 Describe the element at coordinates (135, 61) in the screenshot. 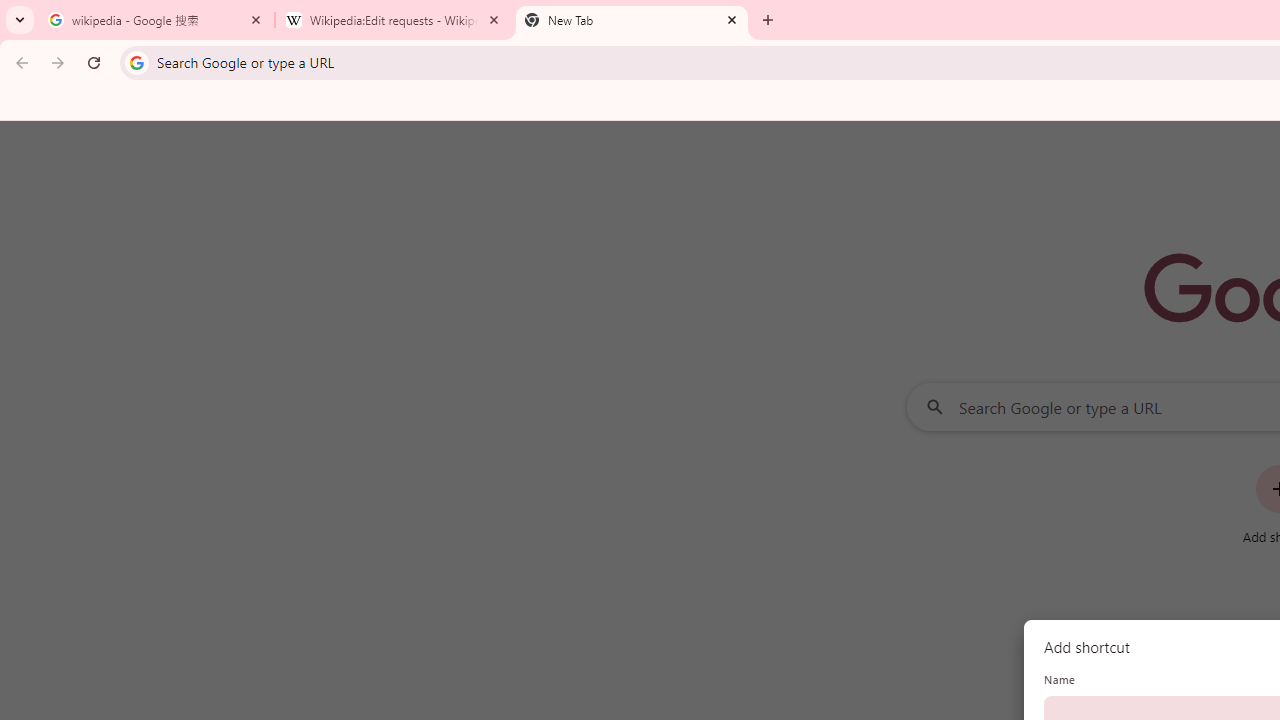

I see `'Search icon'` at that location.